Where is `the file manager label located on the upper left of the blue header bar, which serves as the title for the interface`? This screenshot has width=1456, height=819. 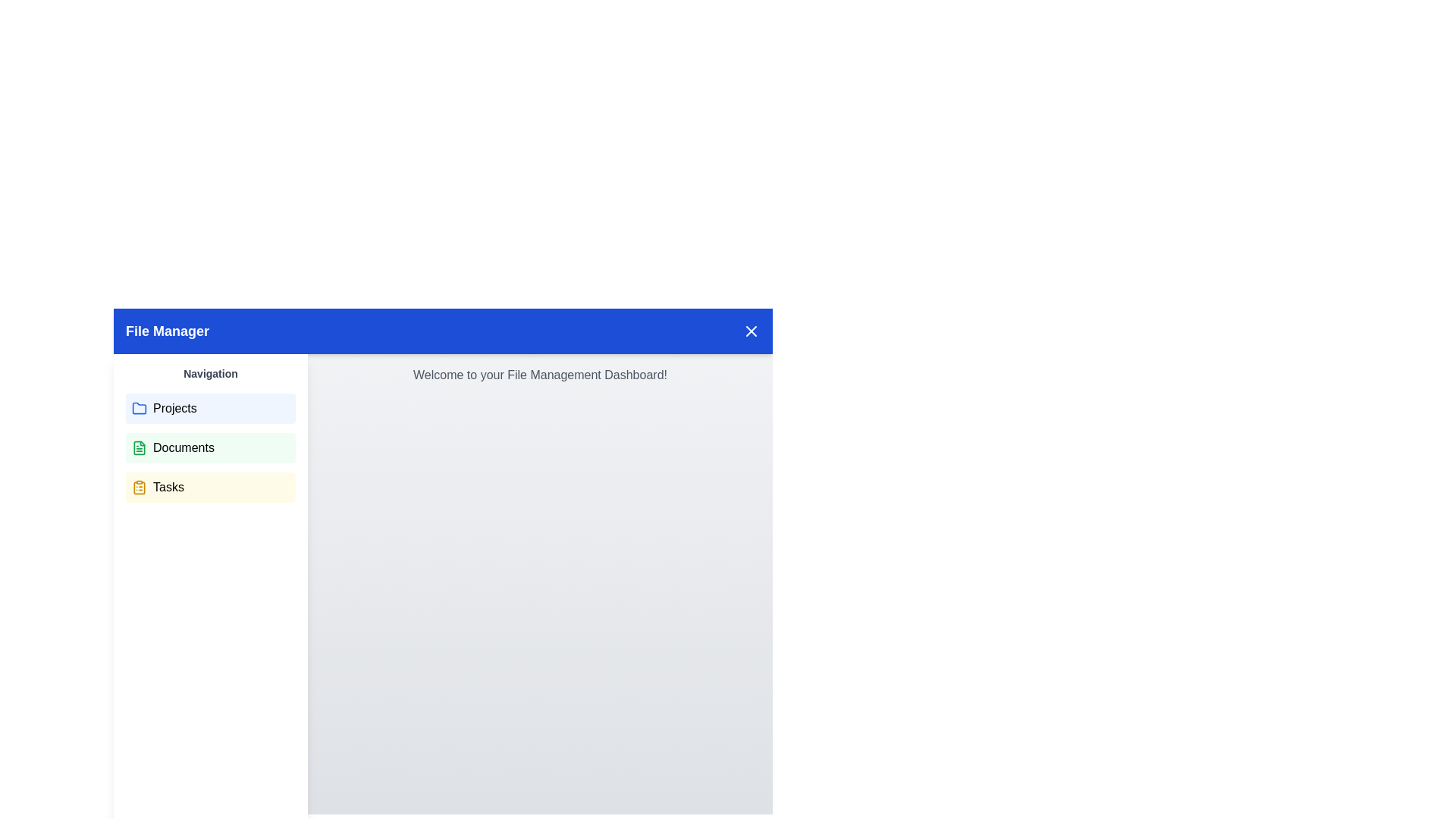 the file manager label located on the upper left of the blue header bar, which serves as the title for the interface is located at coordinates (167, 330).